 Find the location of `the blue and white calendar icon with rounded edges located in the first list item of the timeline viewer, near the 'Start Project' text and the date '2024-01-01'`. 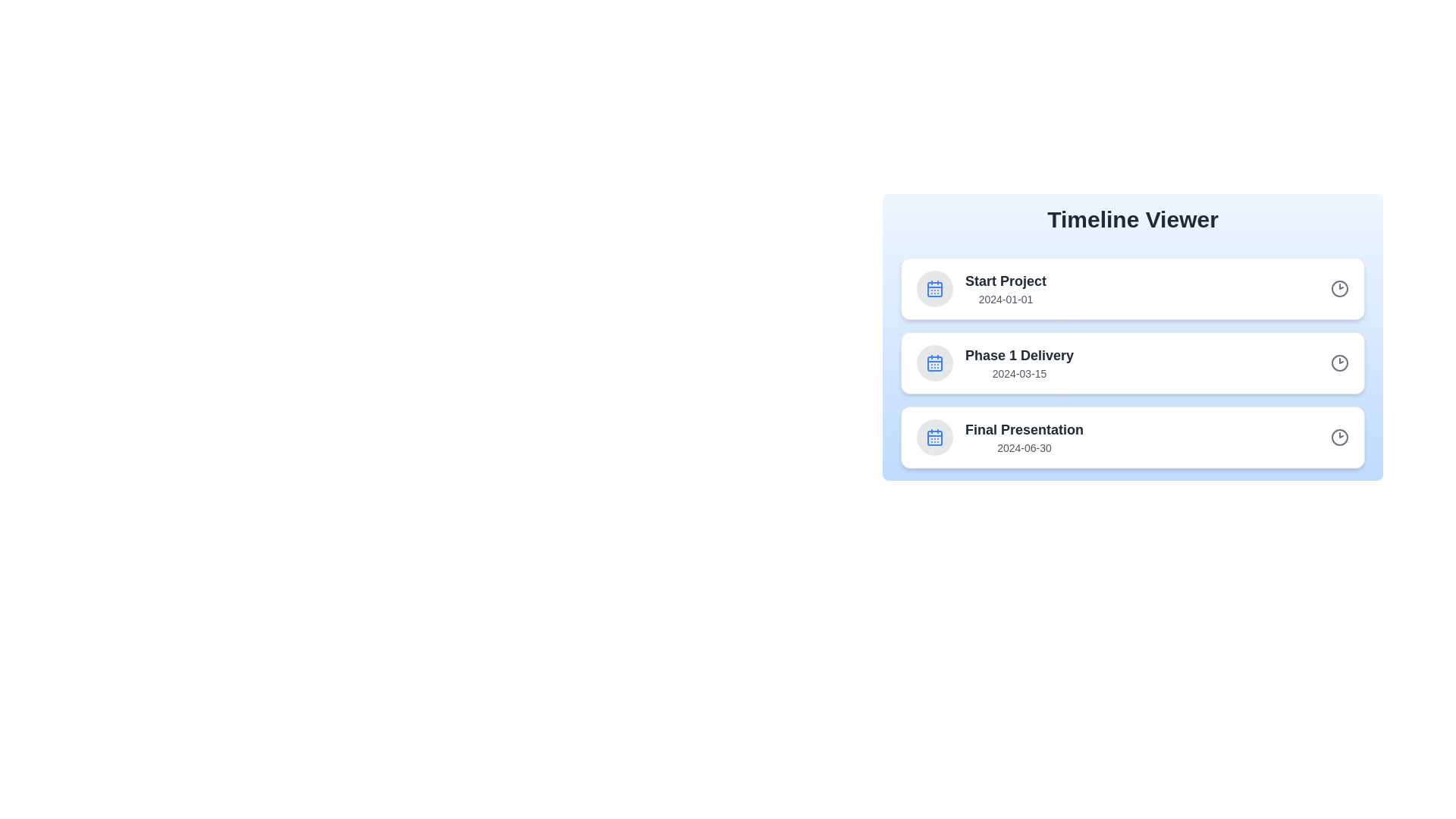

the blue and white calendar icon with rounded edges located in the first list item of the timeline viewer, near the 'Start Project' text and the date '2024-01-01' is located at coordinates (934, 289).